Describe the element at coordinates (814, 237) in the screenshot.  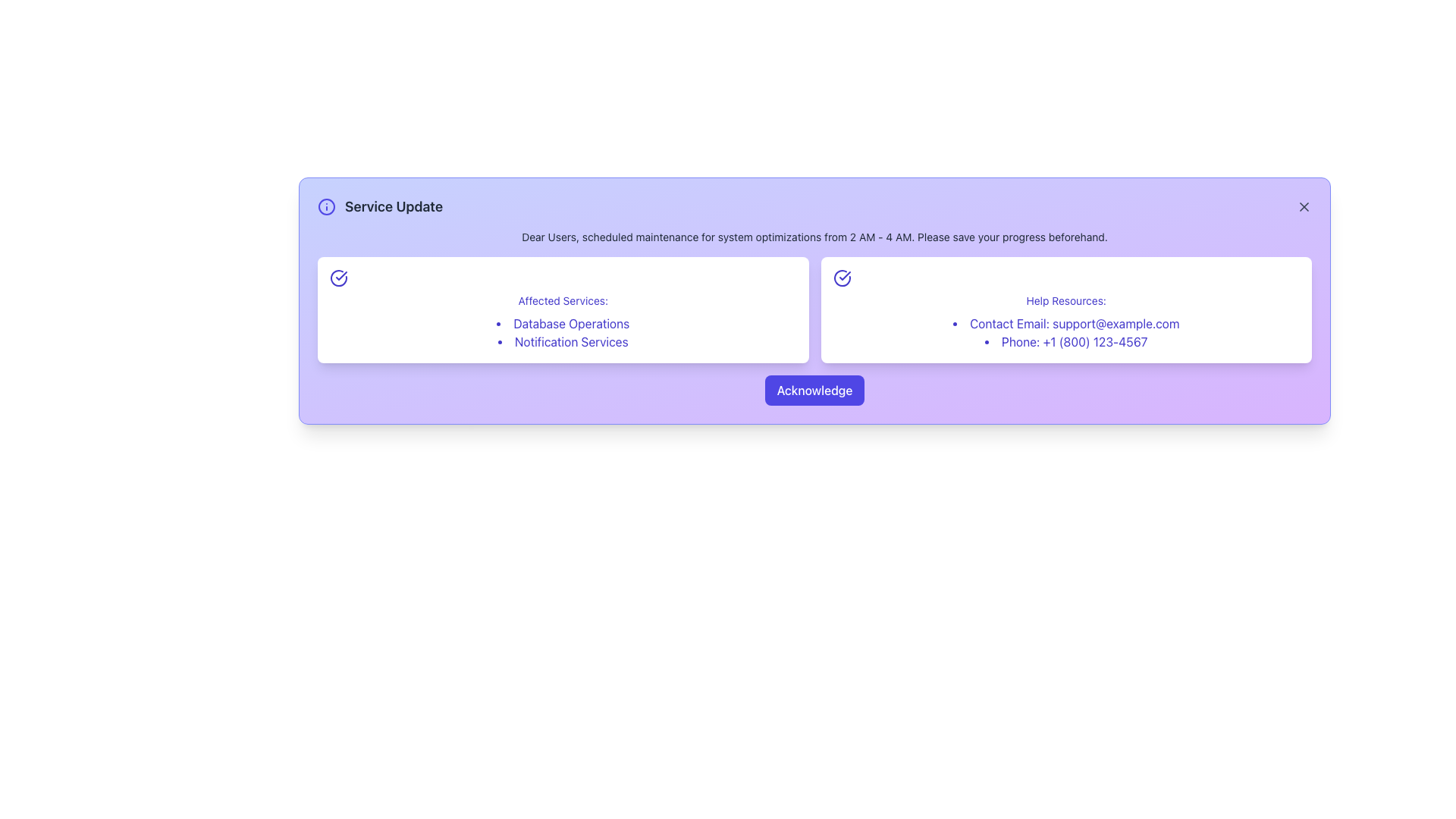
I see `the single-line text block conveying a message about scheduled maintenance, which is located within the notification card below the title 'Service Update'` at that location.